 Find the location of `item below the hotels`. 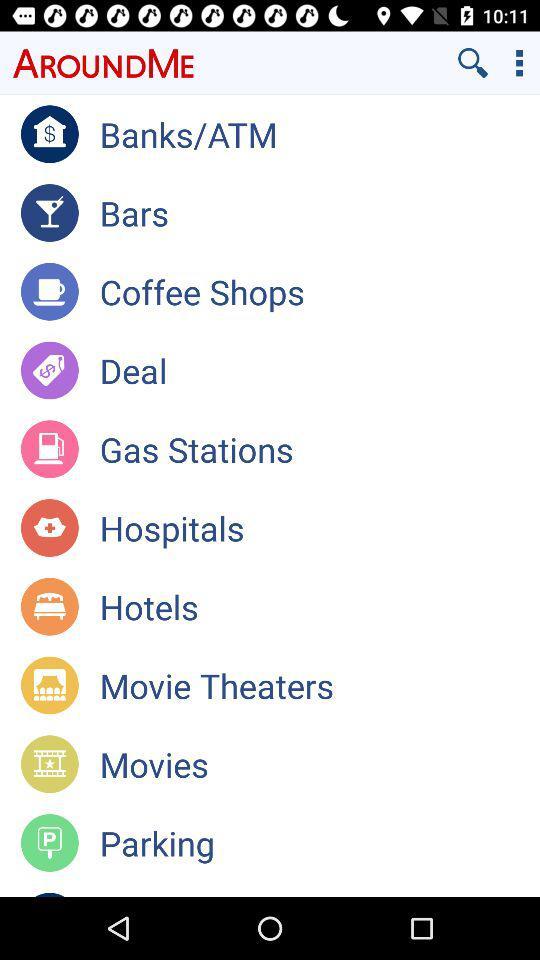

item below the hotels is located at coordinates (319, 685).